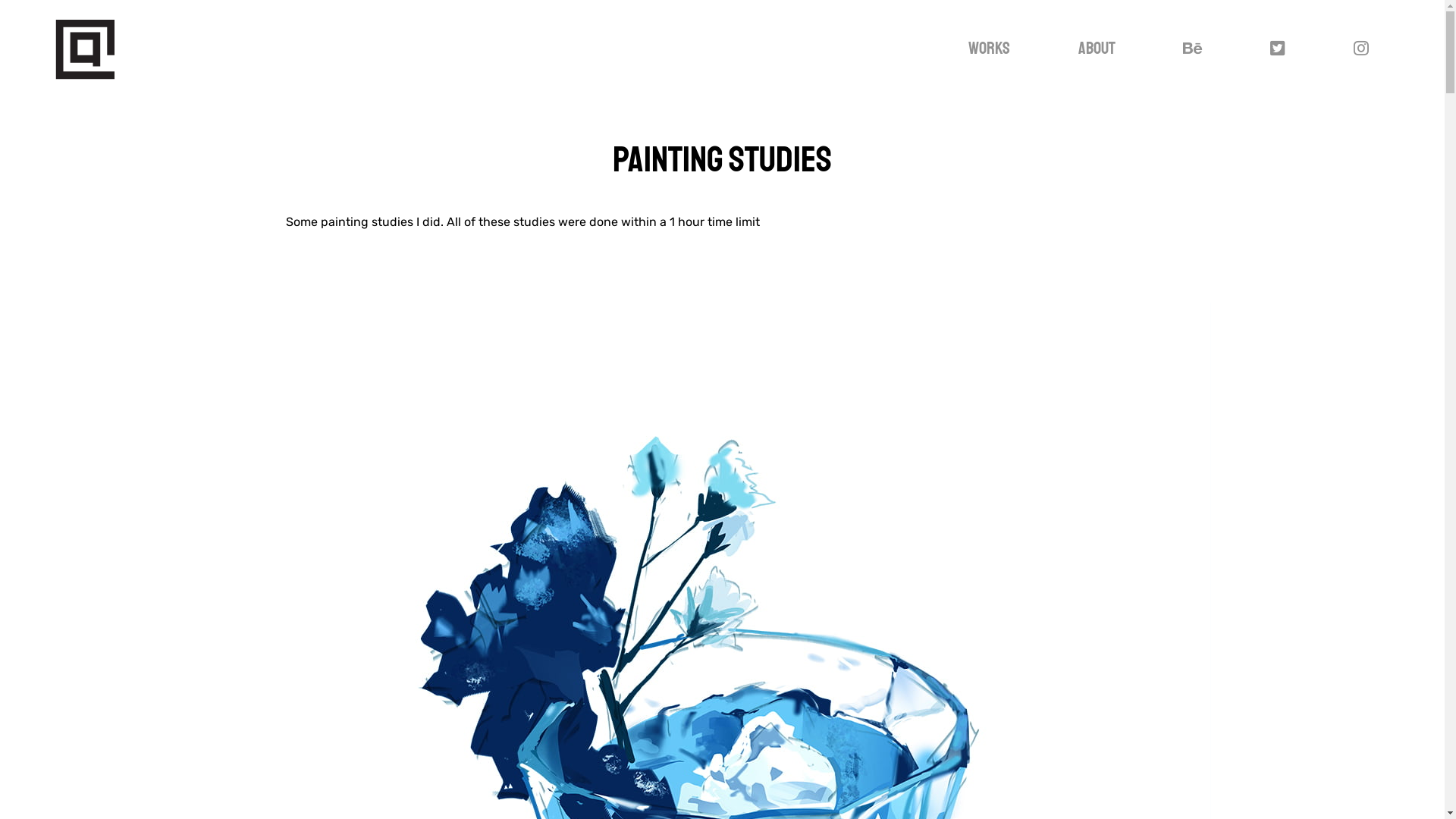 This screenshot has height=819, width=1456. I want to click on 'About', so click(1061, 47).